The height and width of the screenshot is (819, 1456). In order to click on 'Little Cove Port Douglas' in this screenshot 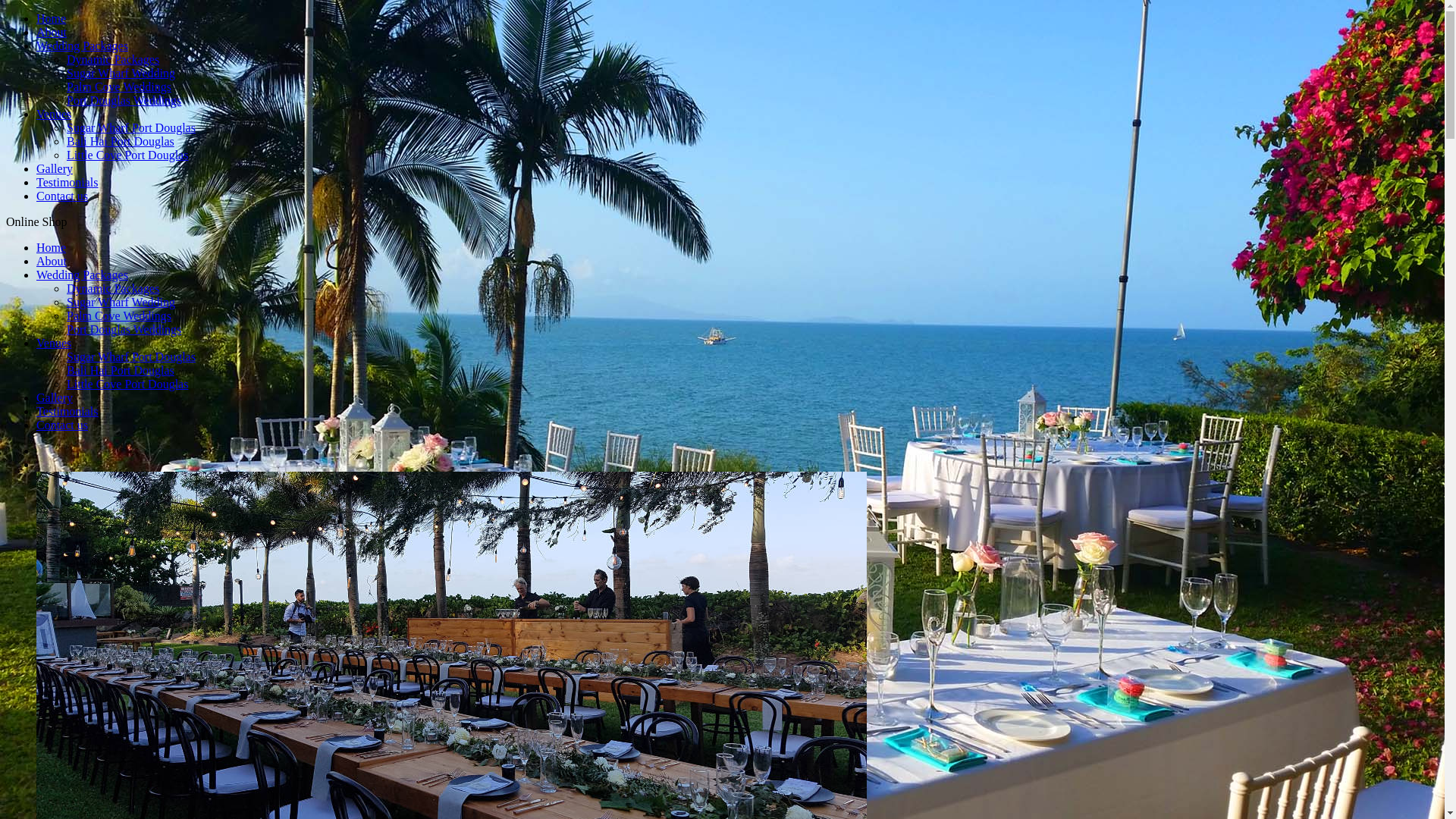, I will do `click(127, 155)`.